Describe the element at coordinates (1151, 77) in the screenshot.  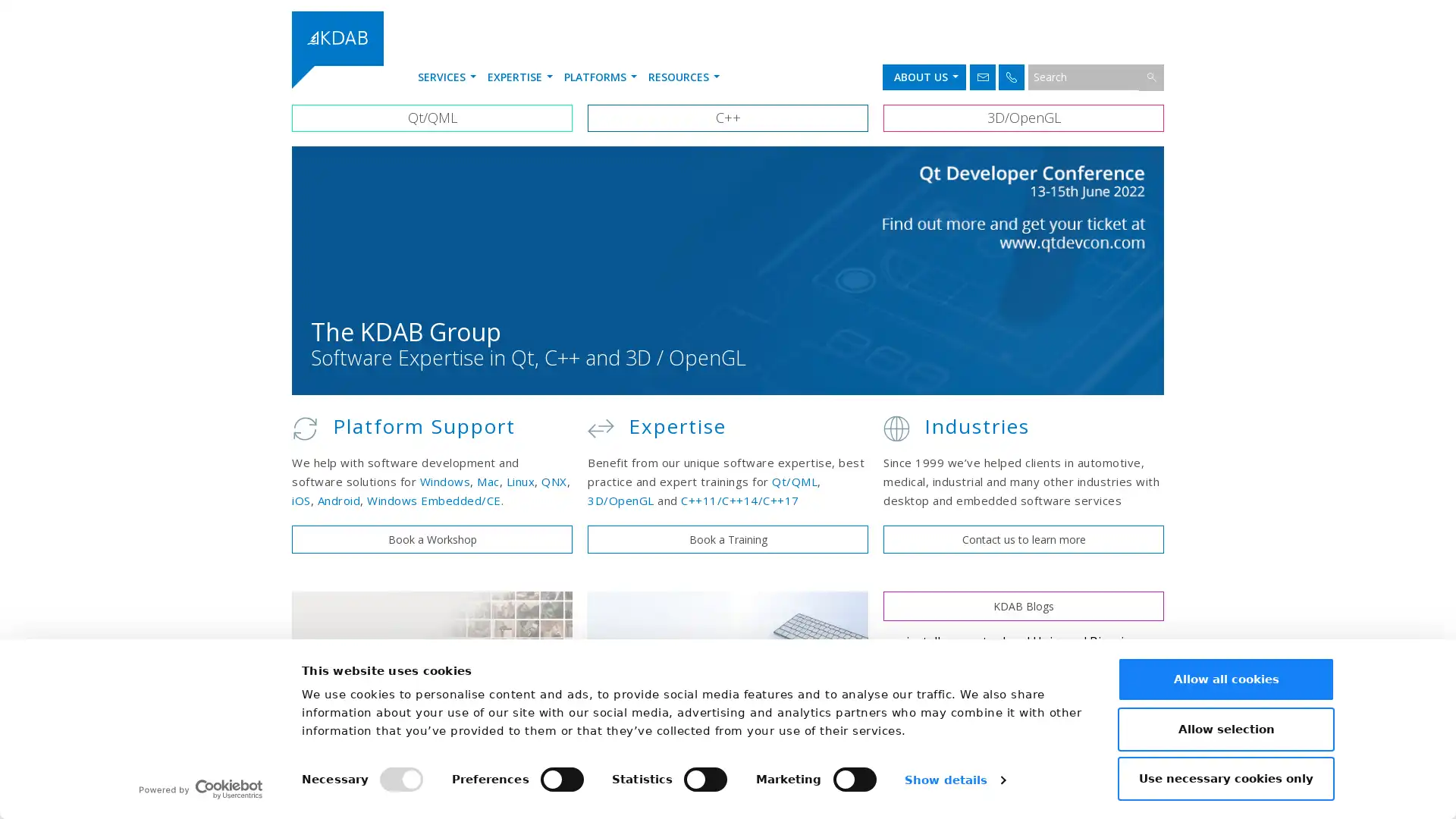
I see `Search` at that location.